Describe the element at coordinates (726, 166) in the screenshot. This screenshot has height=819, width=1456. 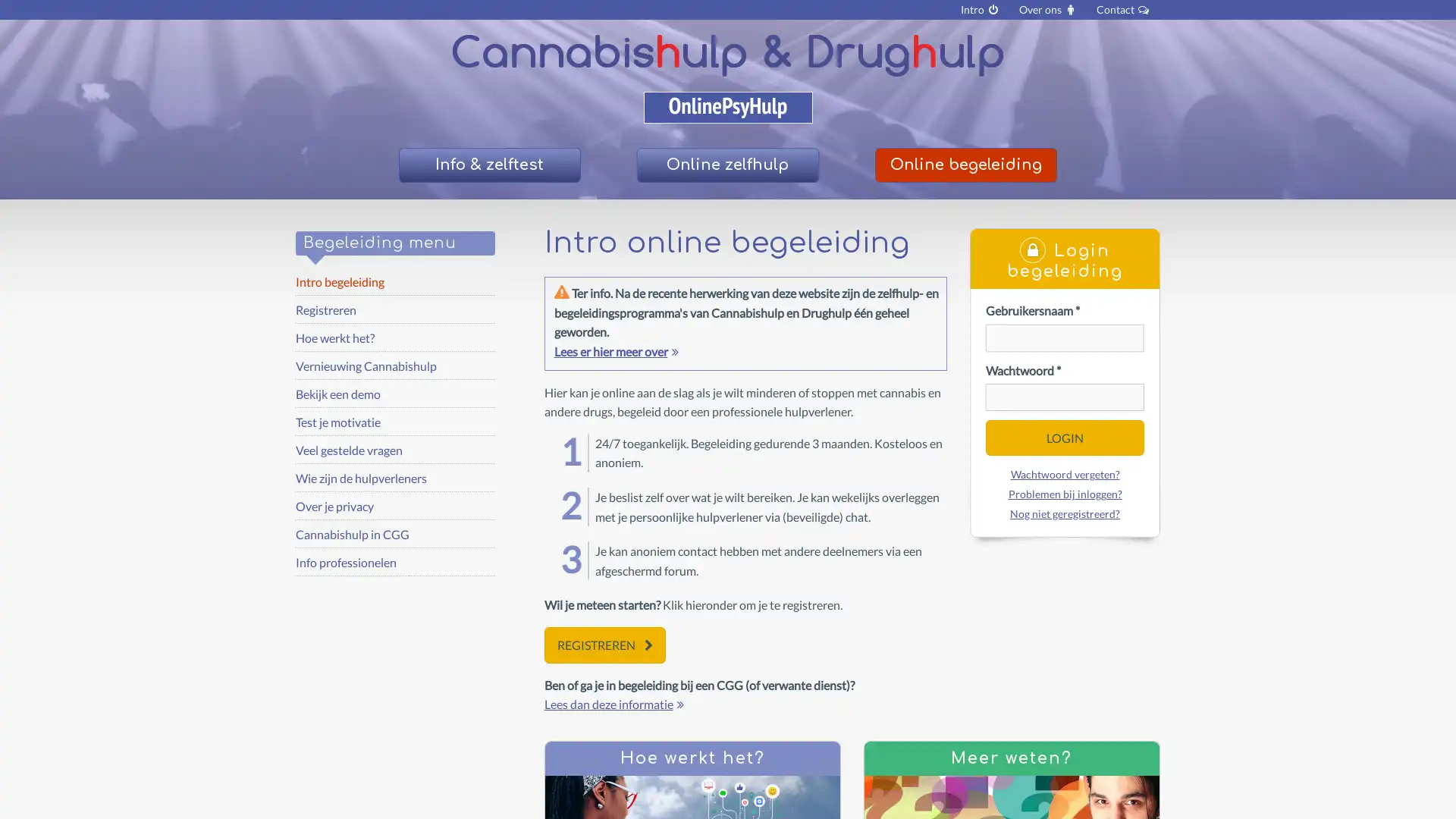
I see `Online zelfhulp` at that location.